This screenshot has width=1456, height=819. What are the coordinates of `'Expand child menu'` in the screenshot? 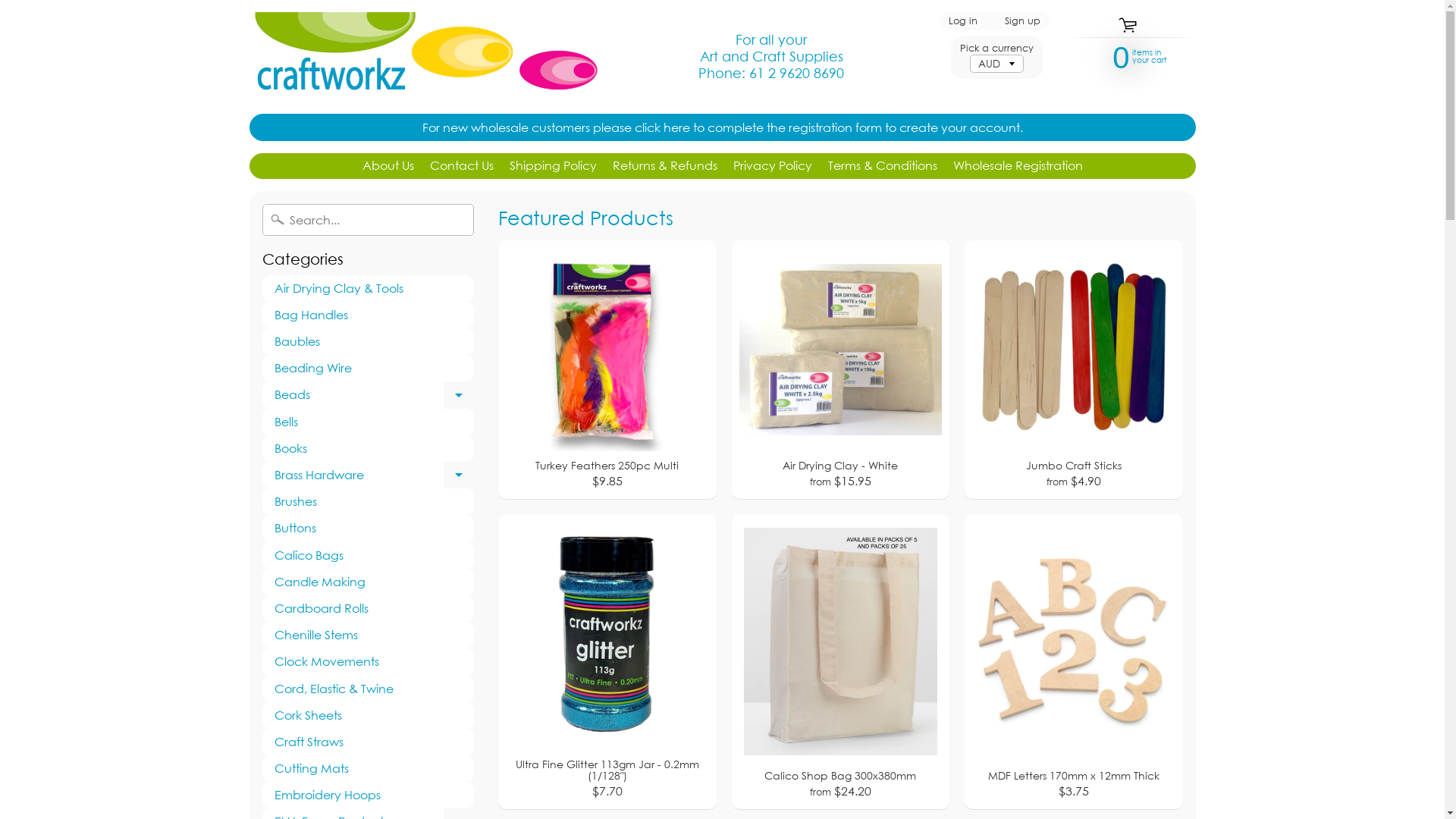 It's located at (457, 394).